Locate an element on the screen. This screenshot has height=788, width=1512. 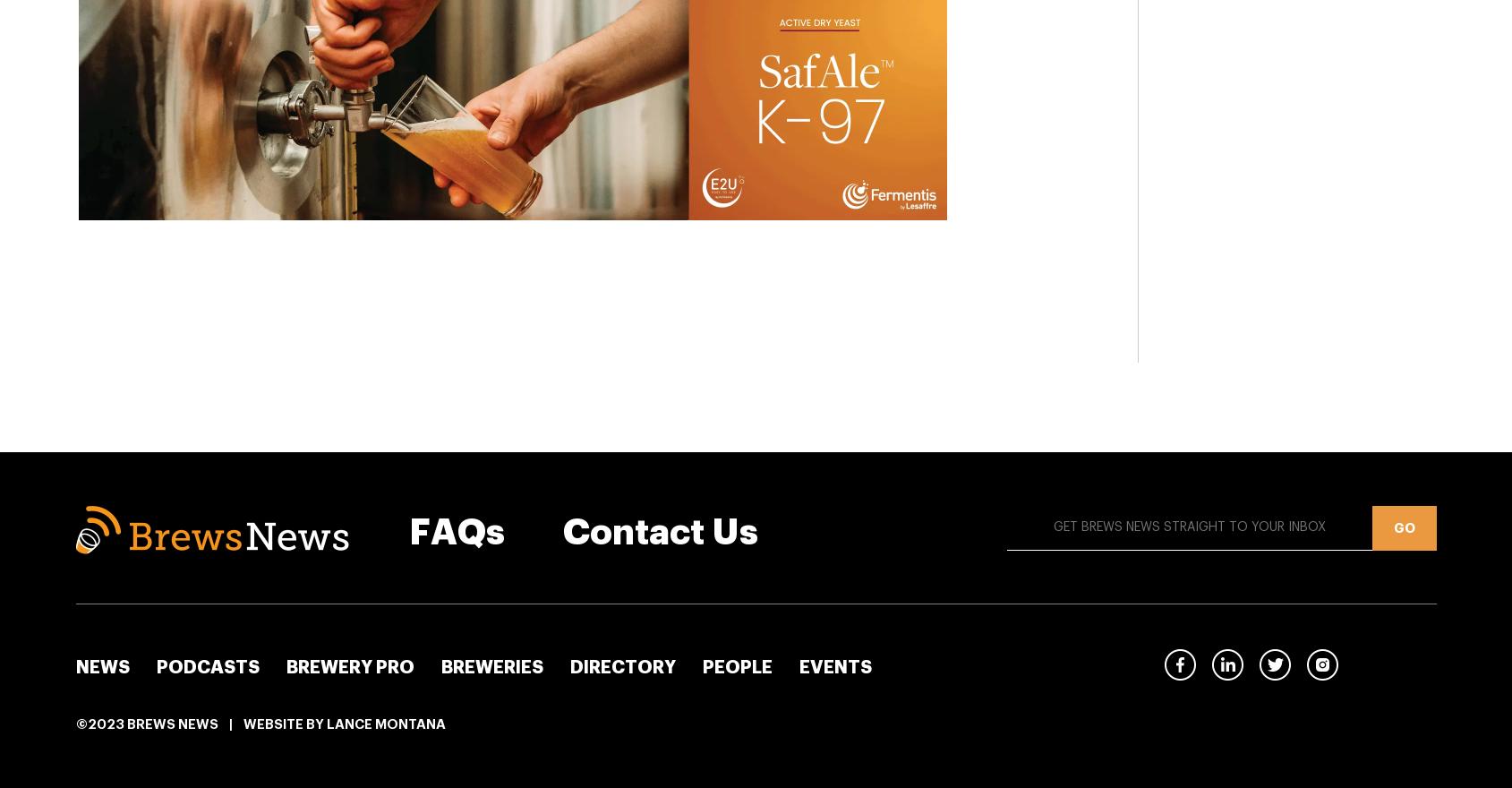
'Instagram' is located at coordinates (1372, 664).